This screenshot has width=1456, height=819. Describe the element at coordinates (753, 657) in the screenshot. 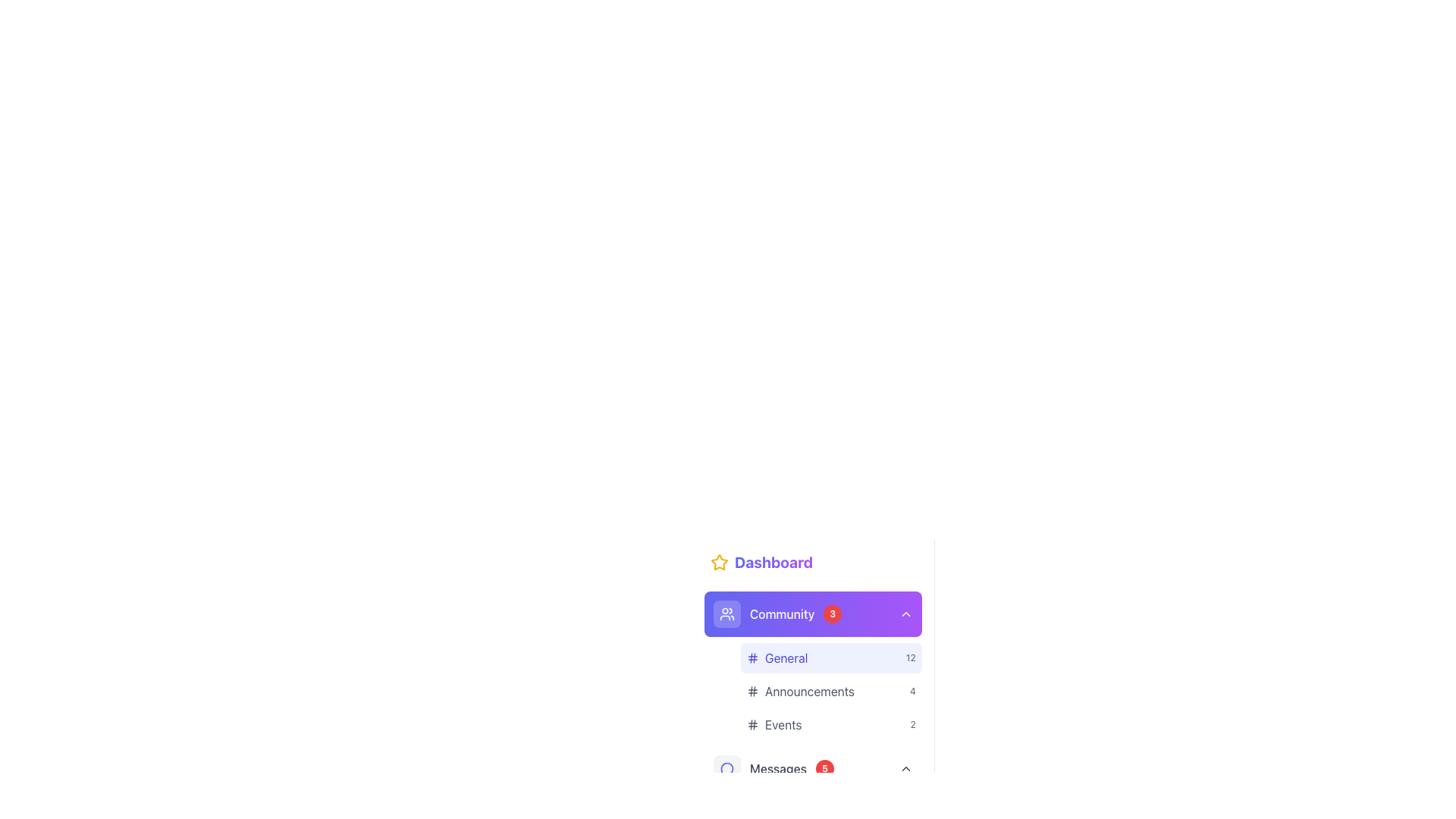

I see `the Graphic icon representing the 'General' category, located to the left of the 'General' text` at that location.